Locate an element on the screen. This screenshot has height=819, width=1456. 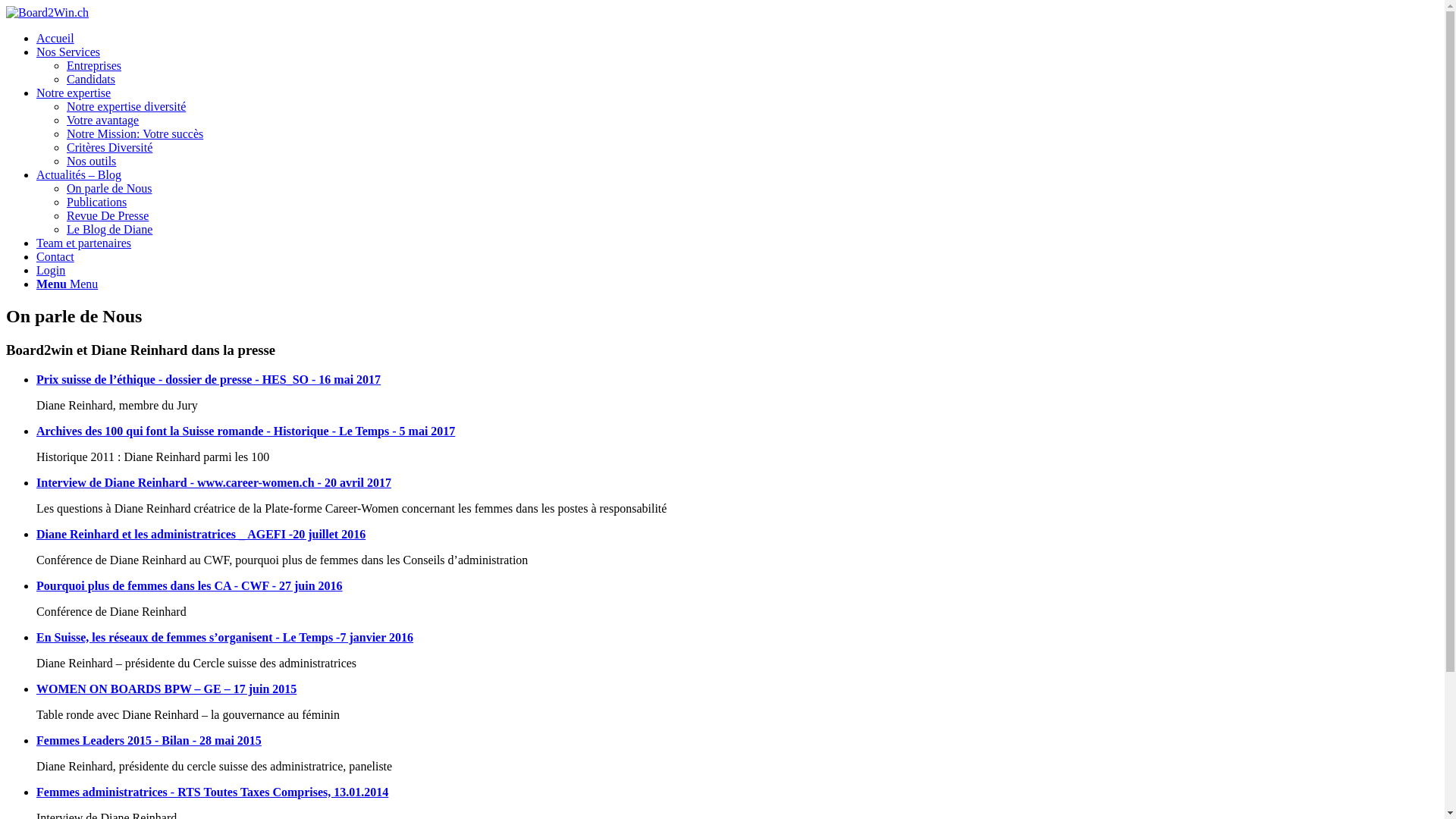
'Team et partenaires' is located at coordinates (83, 242).